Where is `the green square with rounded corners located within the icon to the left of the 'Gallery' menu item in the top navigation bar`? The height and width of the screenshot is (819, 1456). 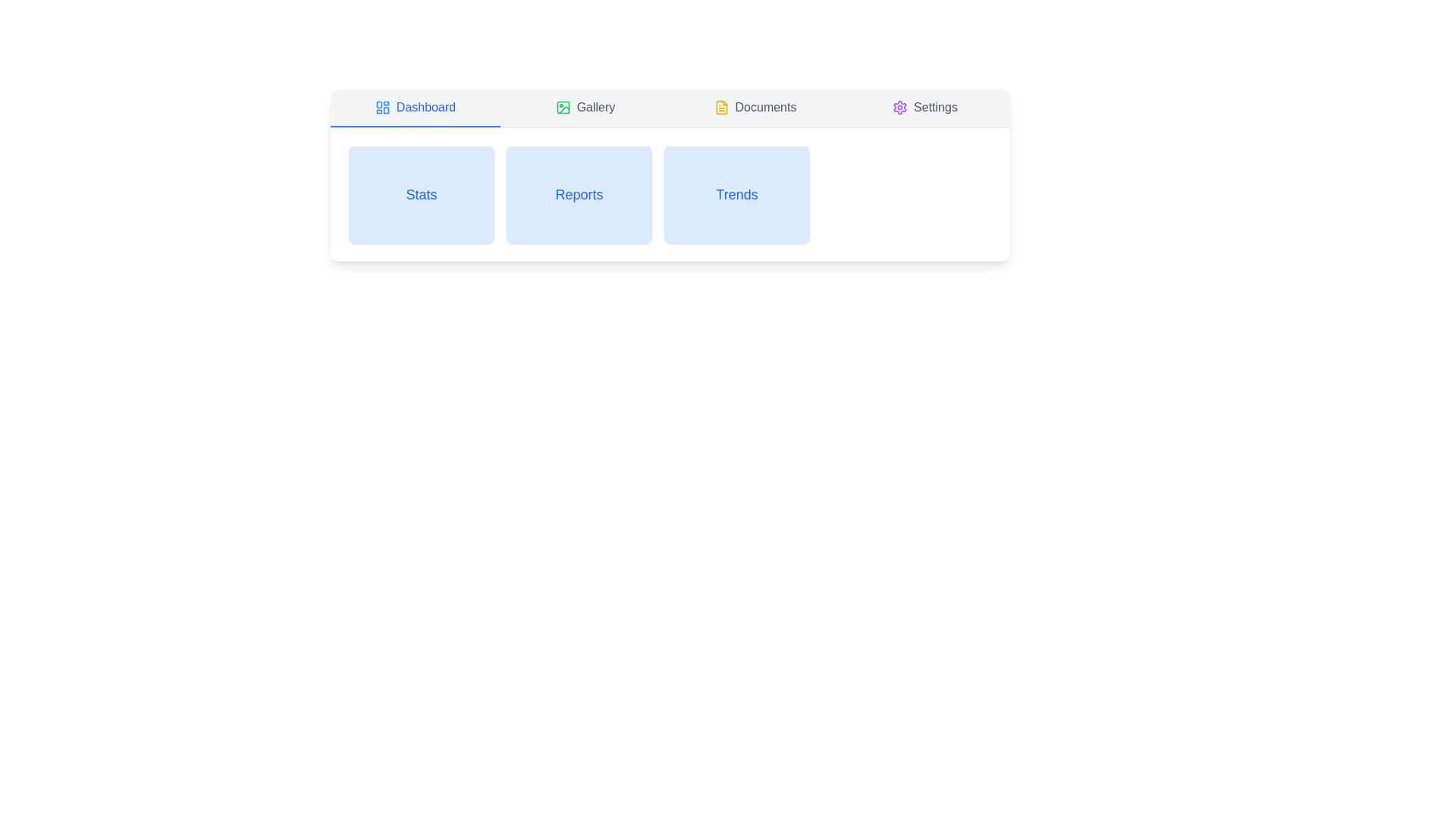 the green square with rounded corners located within the icon to the left of the 'Gallery' menu item in the top navigation bar is located at coordinates (562, 107).